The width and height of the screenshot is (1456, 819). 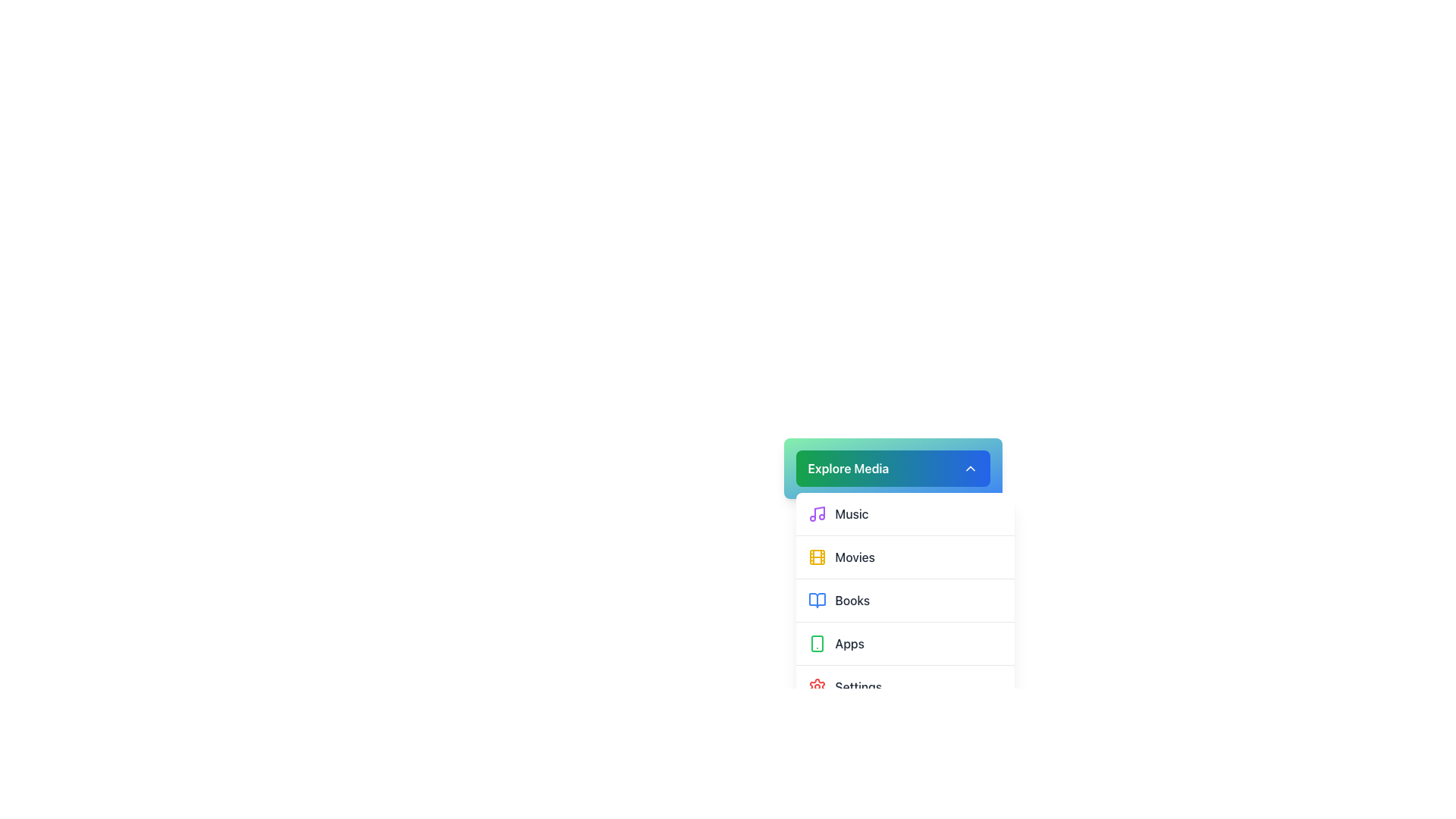 What do you see at coordinates (852, 599) in the screenshot?
I see `text of the 'Books' label located within the dropdown menu, which is displayed in gray color and has a medium-weight font` at bounding box center [852, 599].